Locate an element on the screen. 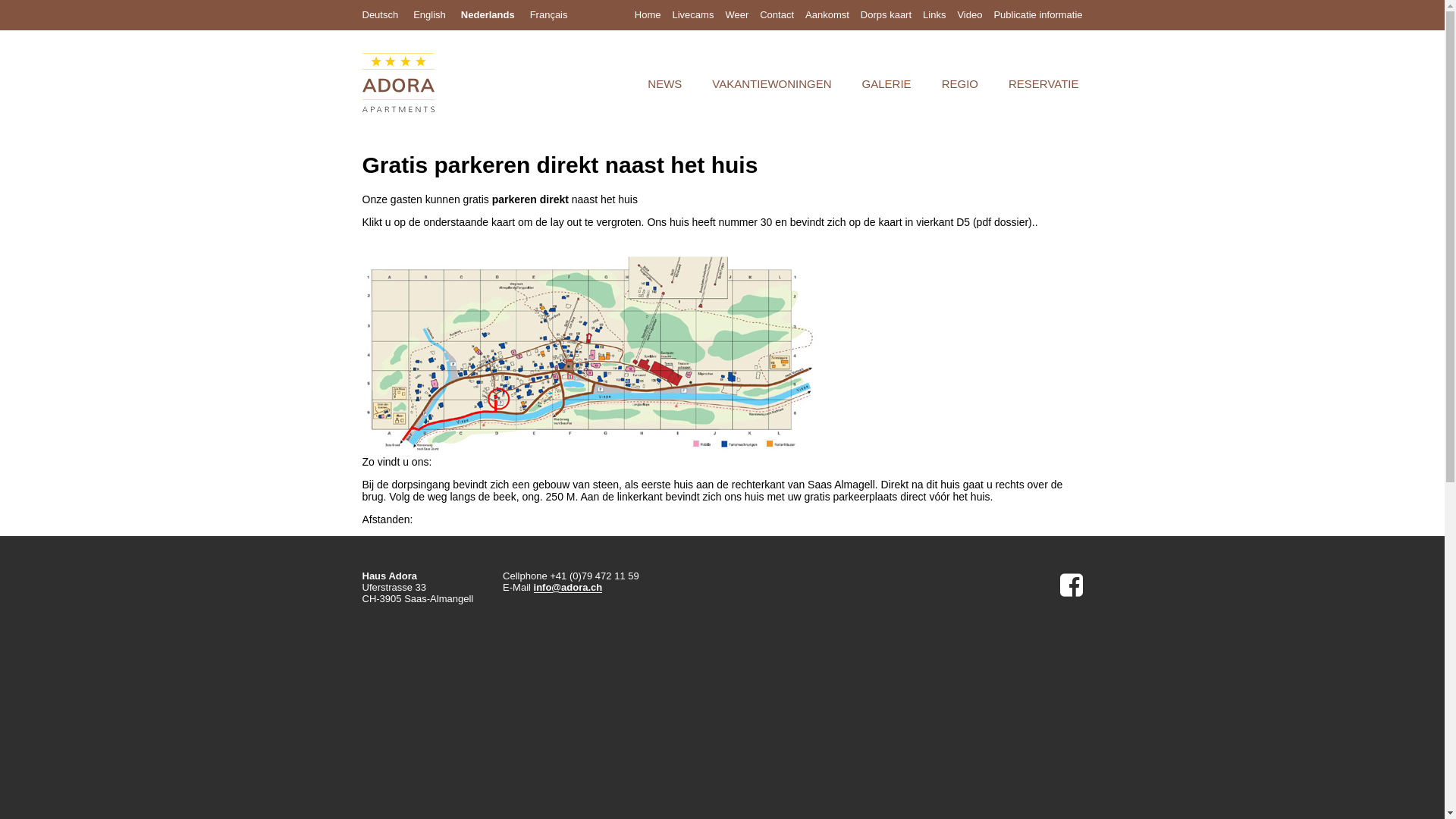 Image resolution: width=1456 pixels, height=819 pixels. 'Publicatie informatie' is located at coordinates (1037, 14).